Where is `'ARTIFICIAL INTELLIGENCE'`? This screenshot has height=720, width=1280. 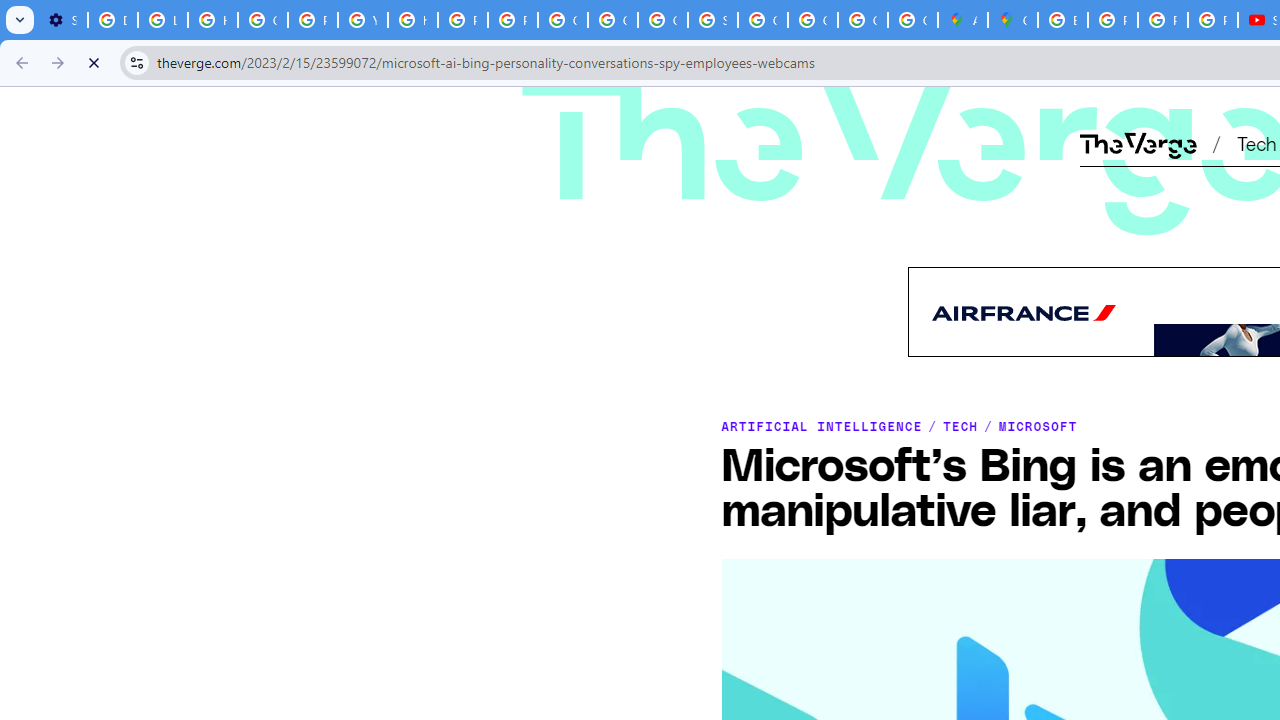
'ARTIFICIAL INTELLIGENCE' is located at coordinates (821, 424).